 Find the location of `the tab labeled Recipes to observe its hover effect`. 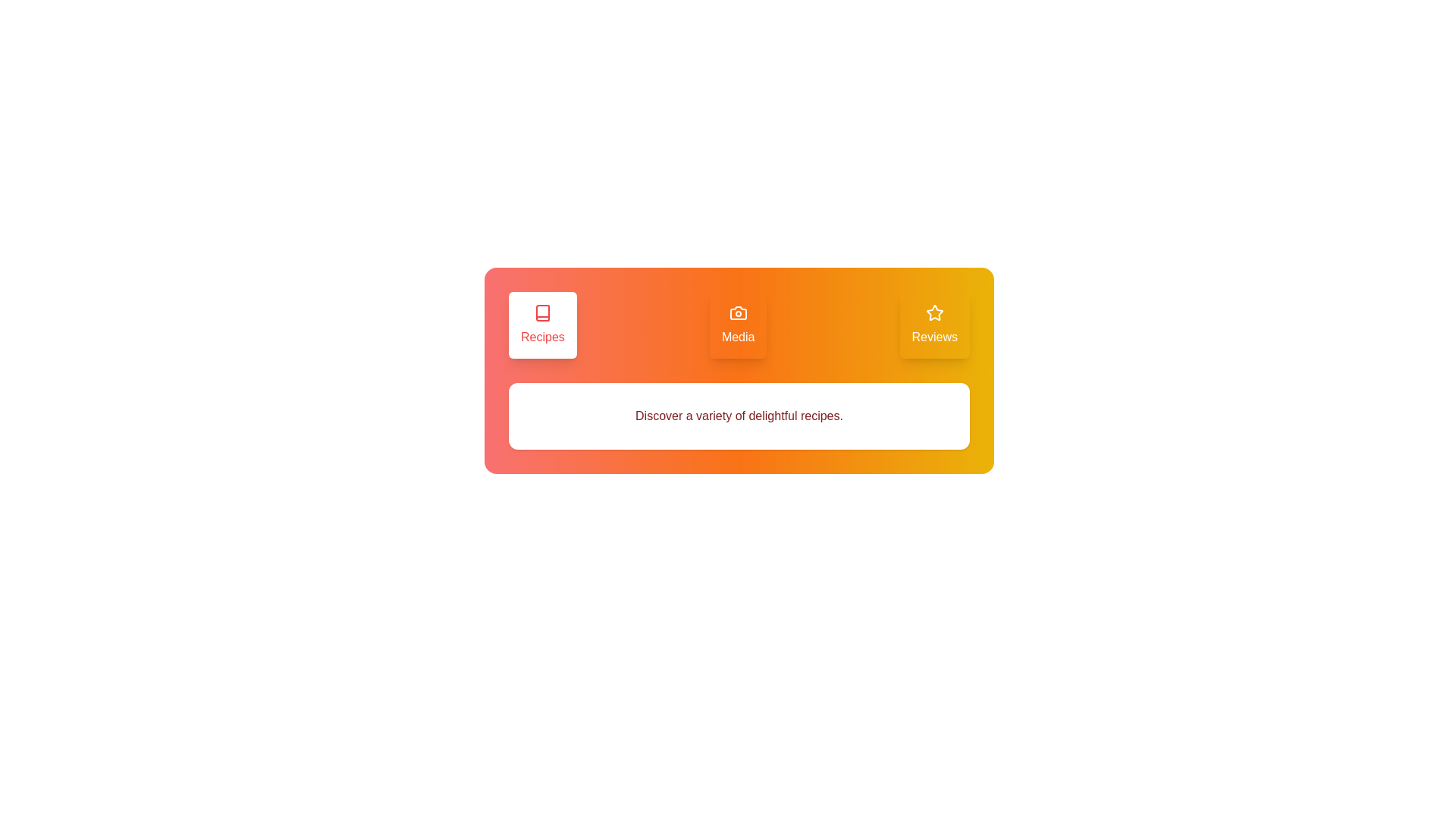

the tab labeled Recipes to observe its hover effect is located at coordinates (542, 324).